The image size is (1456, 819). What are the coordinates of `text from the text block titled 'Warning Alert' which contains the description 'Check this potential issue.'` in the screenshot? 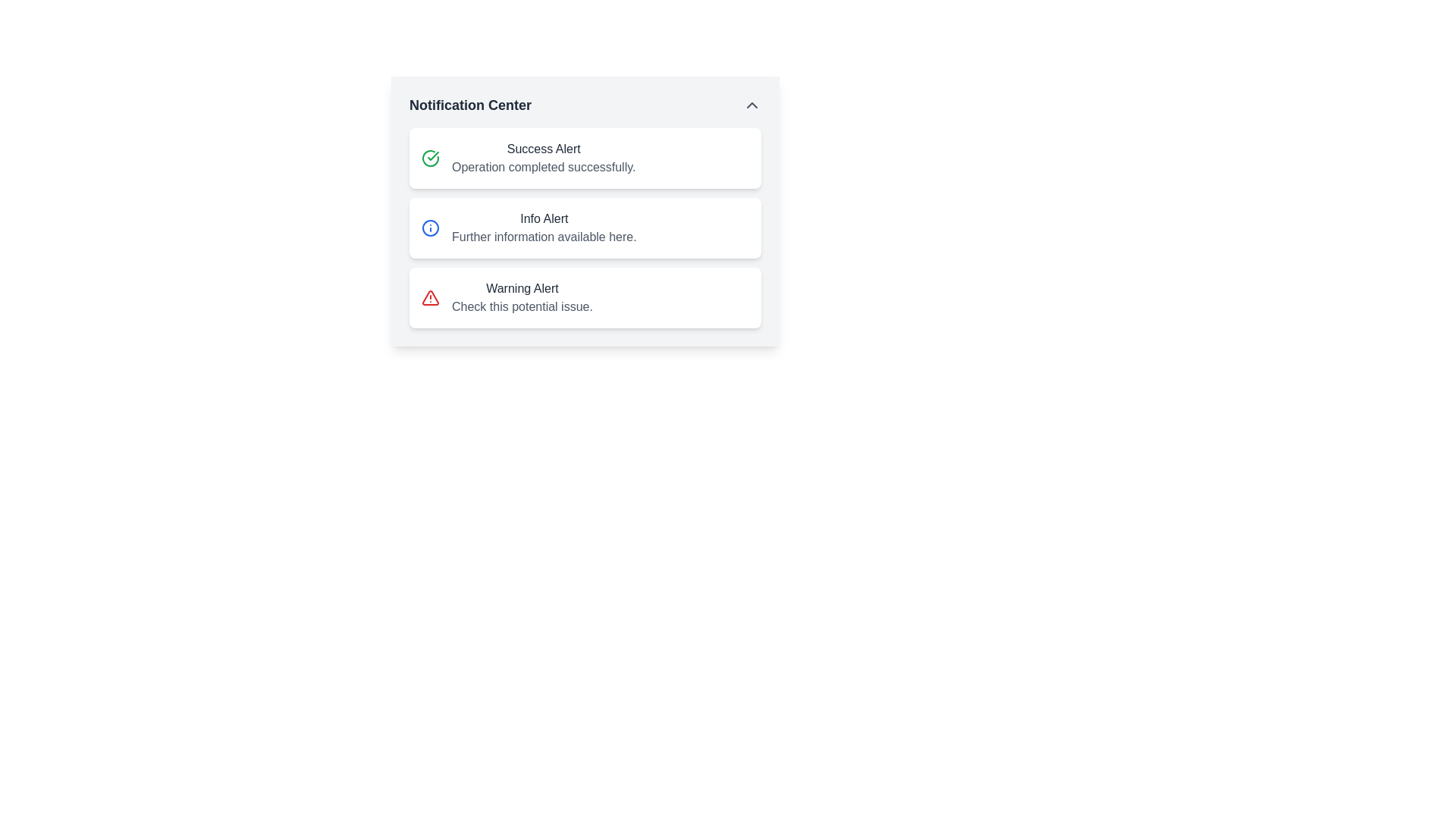 It's located at (522, 298).